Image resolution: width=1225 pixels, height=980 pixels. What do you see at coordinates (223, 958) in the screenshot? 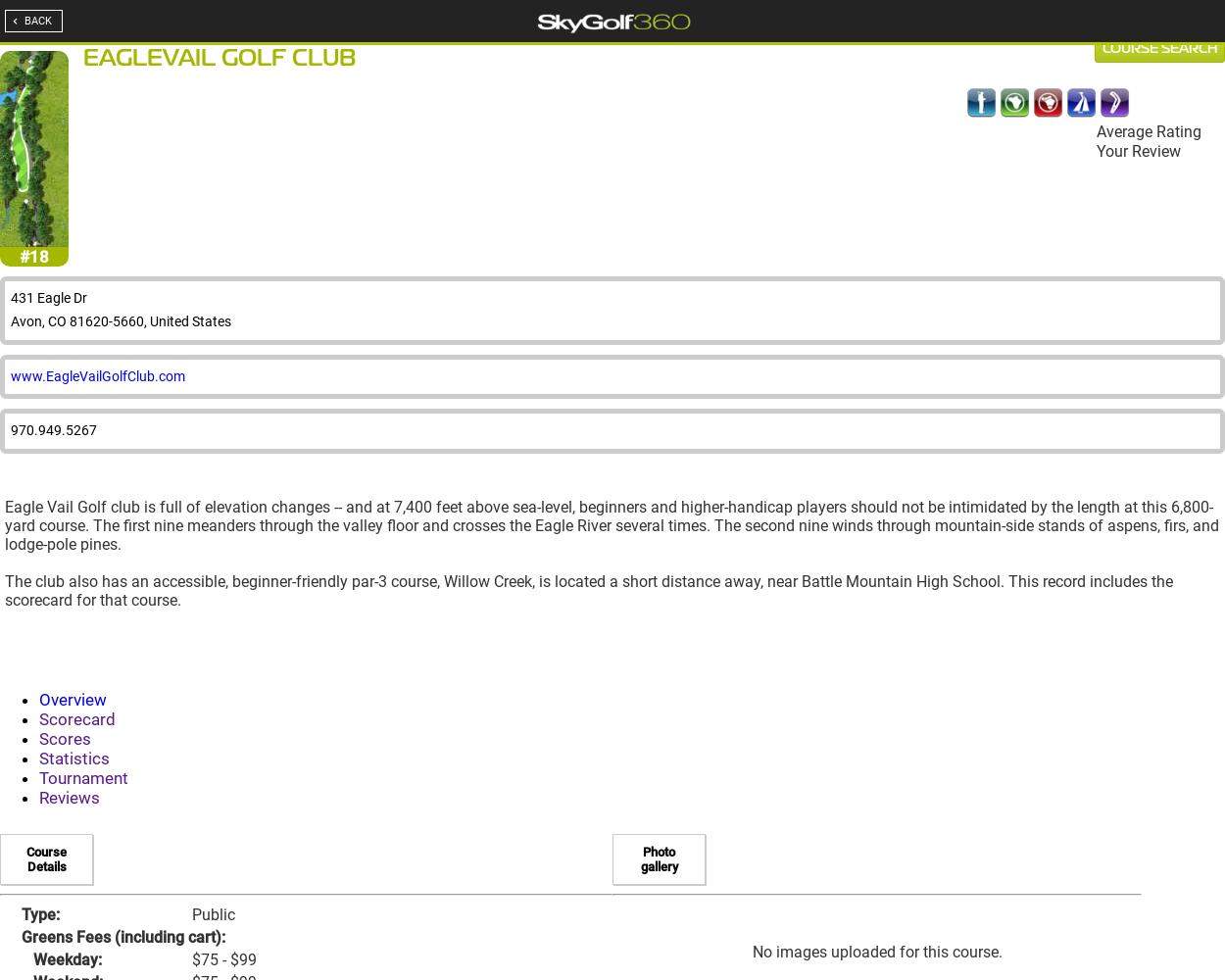
I see `'$75 - $99'` at bounding box center [223, 958].